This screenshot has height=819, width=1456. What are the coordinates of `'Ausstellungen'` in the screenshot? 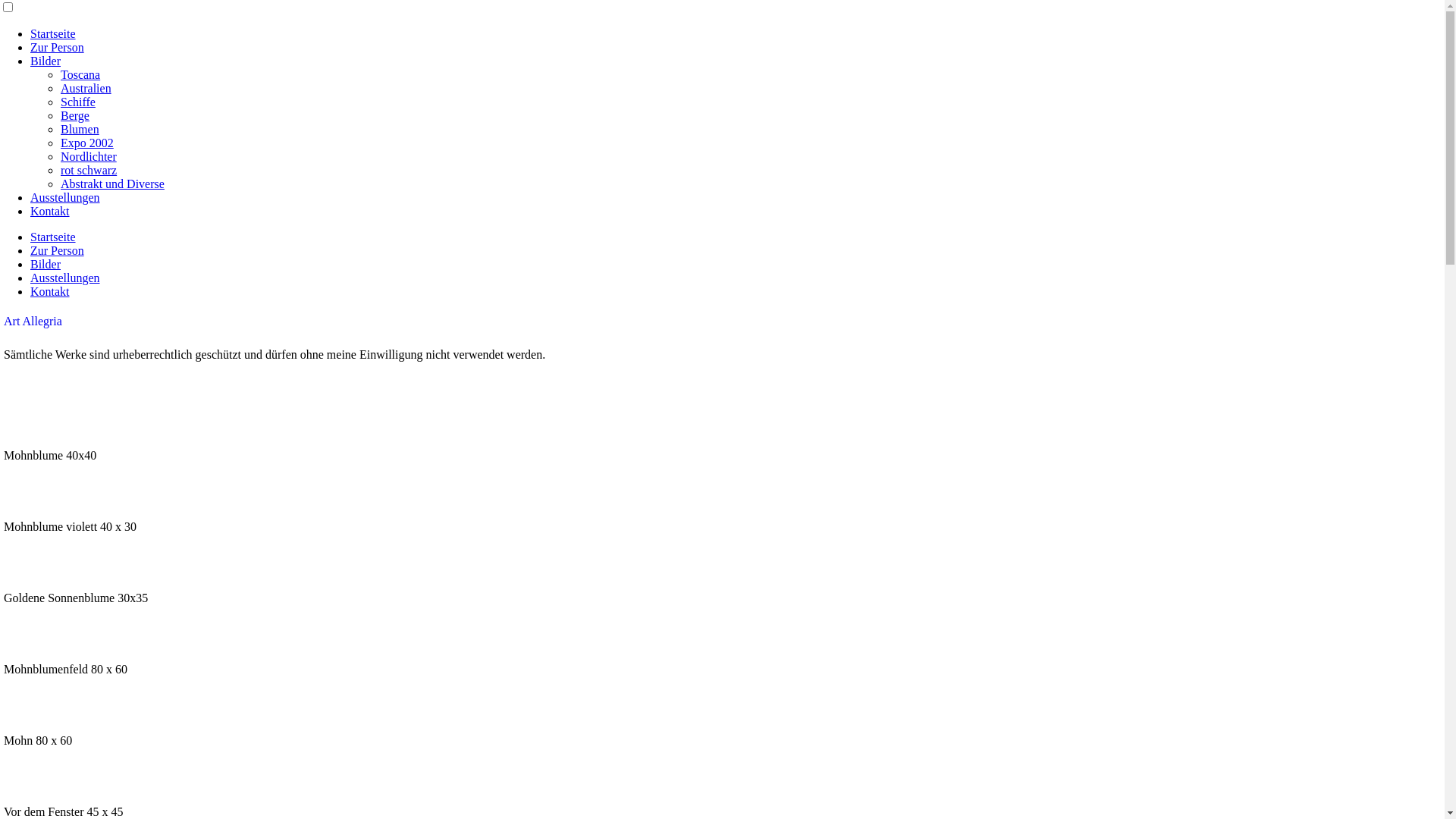 It's located at (64, 196).